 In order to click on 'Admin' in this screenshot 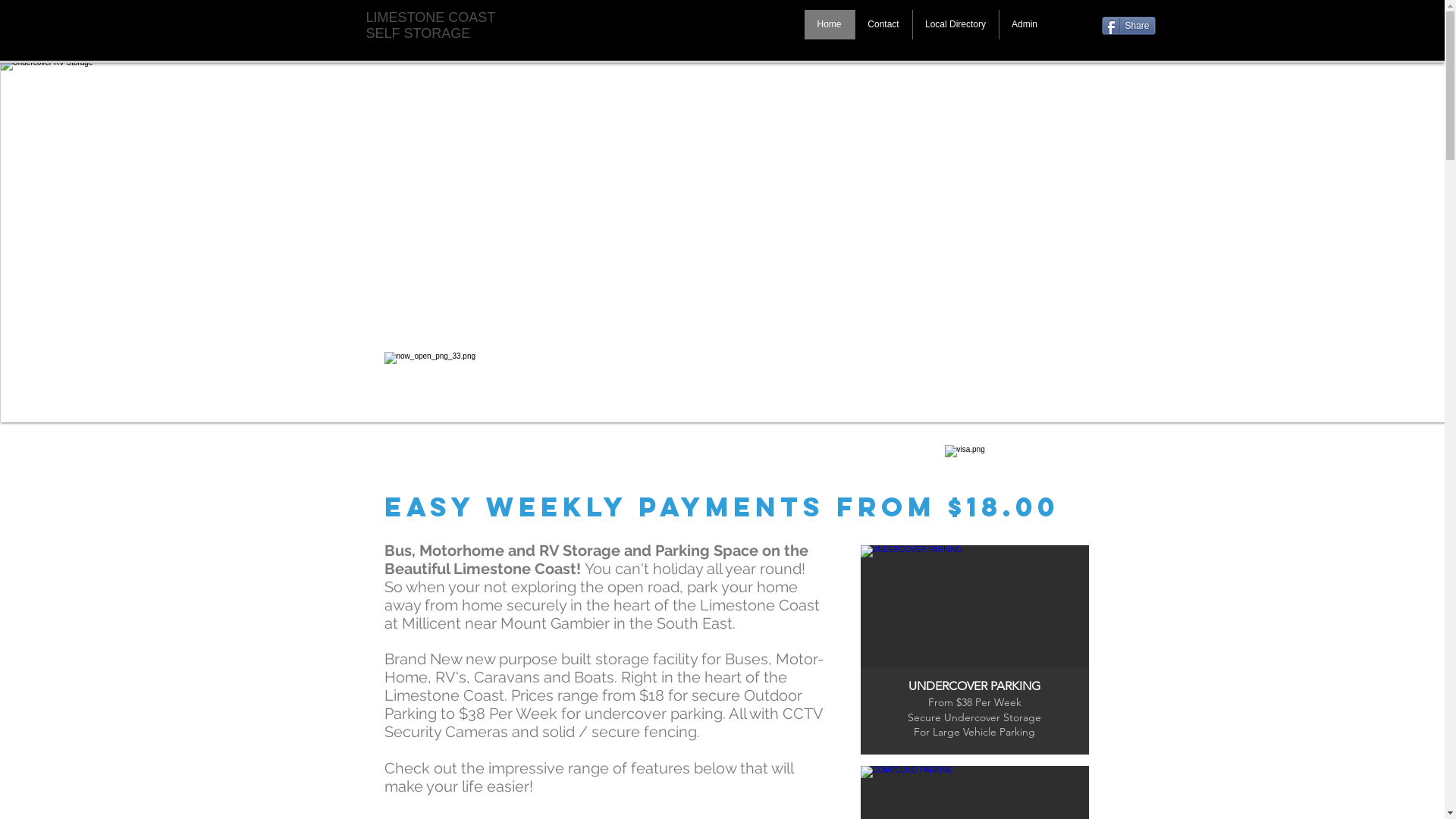, I will do `click(1023, 24)`.